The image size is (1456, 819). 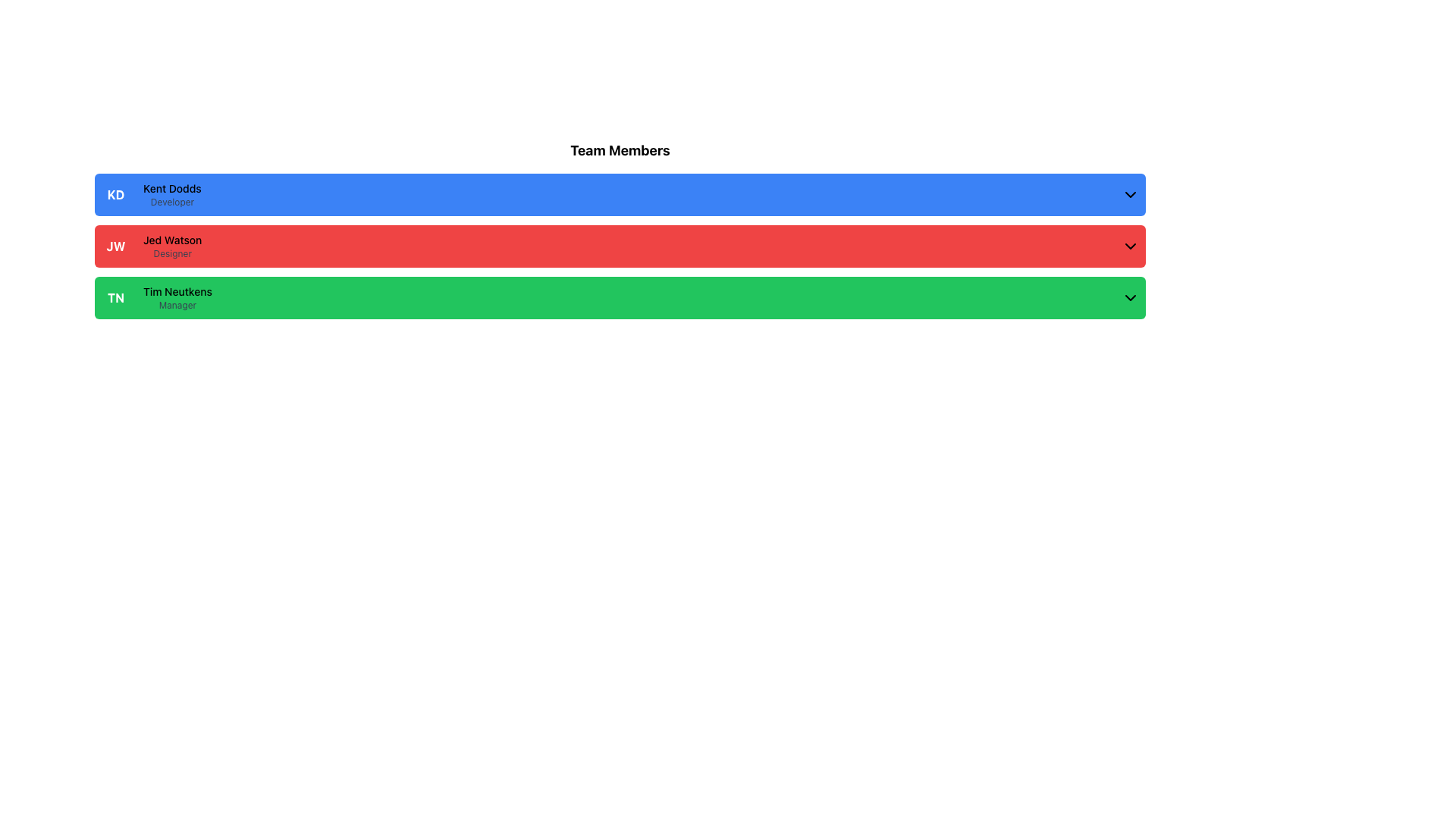 What do you see at coordinates (1131, 245) in the screenshot?
I see `the expansion icon located at the far right of the red rectangular area containing 'Jed Watson Designer'` at bounding box center [1131, 245].